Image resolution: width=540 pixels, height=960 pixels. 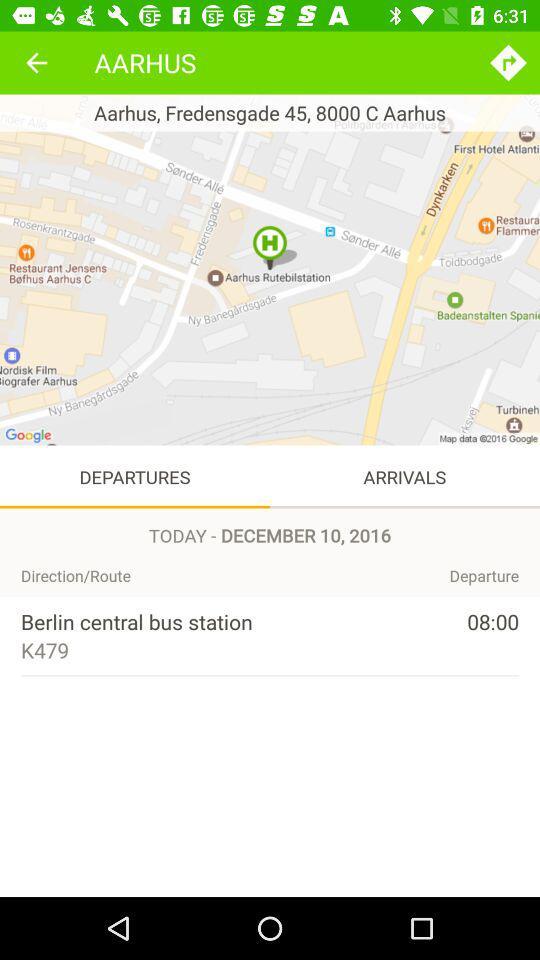 What do you see at coordinates (508, 62) in the screenshot?
I see `the item to the right of aarhus icon` at bounding box center [508, 62].